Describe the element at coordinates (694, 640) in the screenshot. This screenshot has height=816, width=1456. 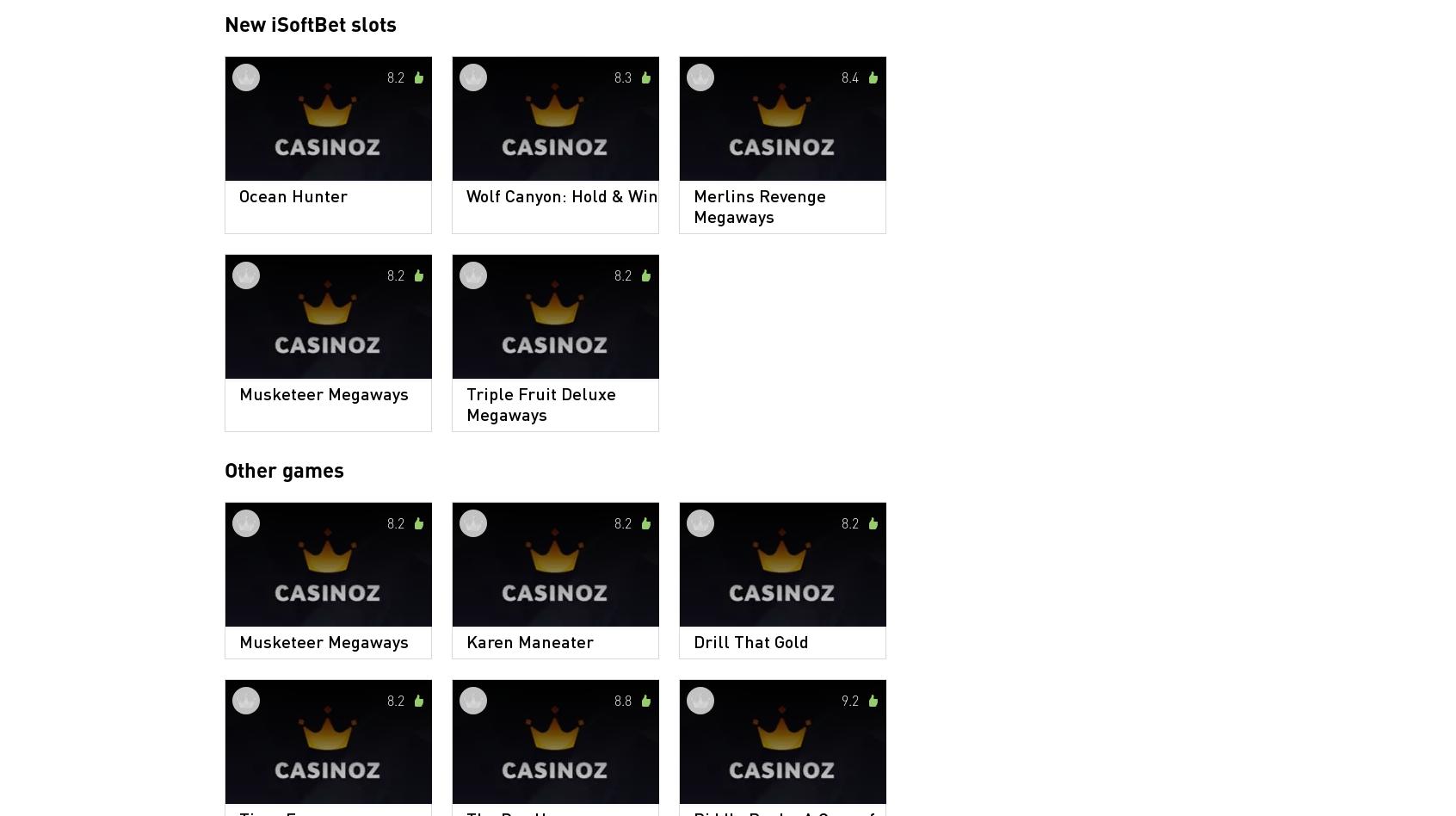
I see `'Drill That Gold'` at that location.